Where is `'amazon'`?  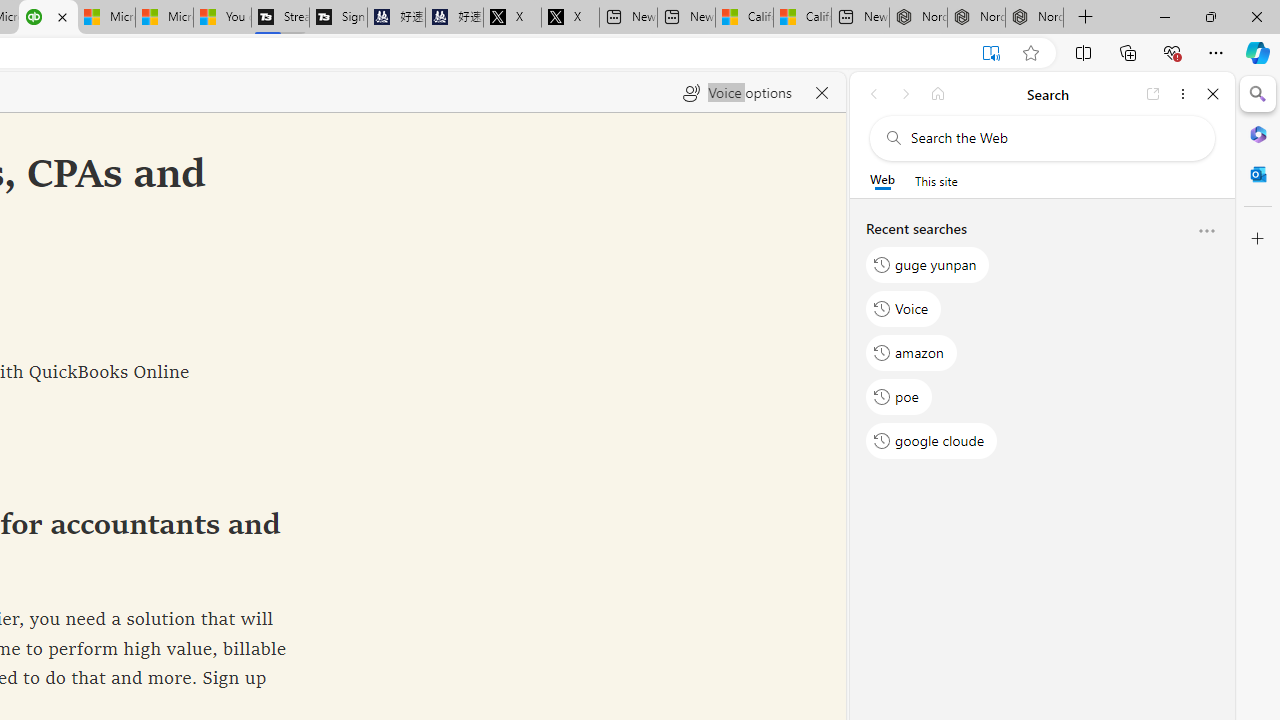 'amazon' is located at coordinates (911, 351).